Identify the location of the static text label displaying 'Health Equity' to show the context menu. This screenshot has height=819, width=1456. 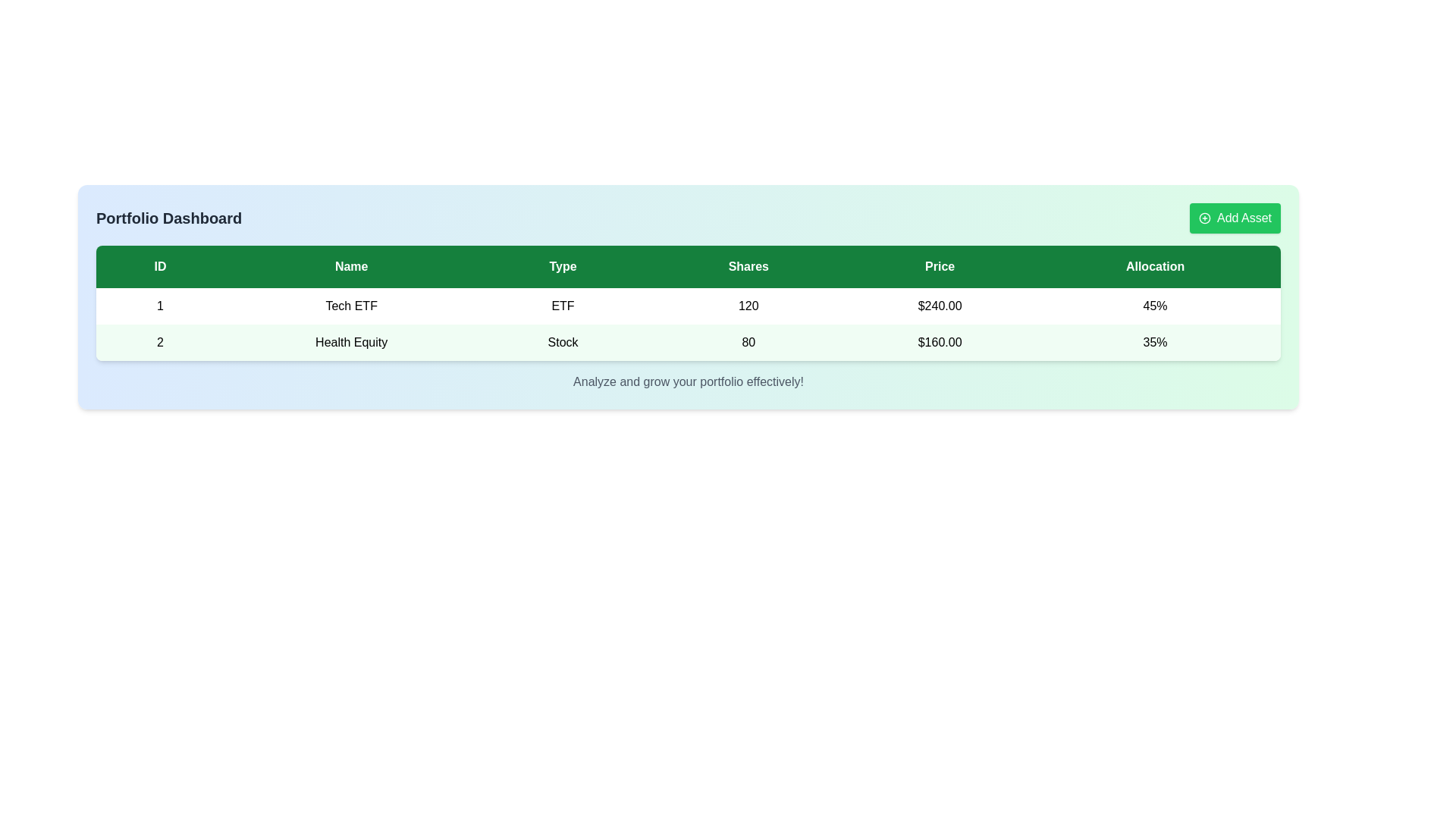
(350, 342).